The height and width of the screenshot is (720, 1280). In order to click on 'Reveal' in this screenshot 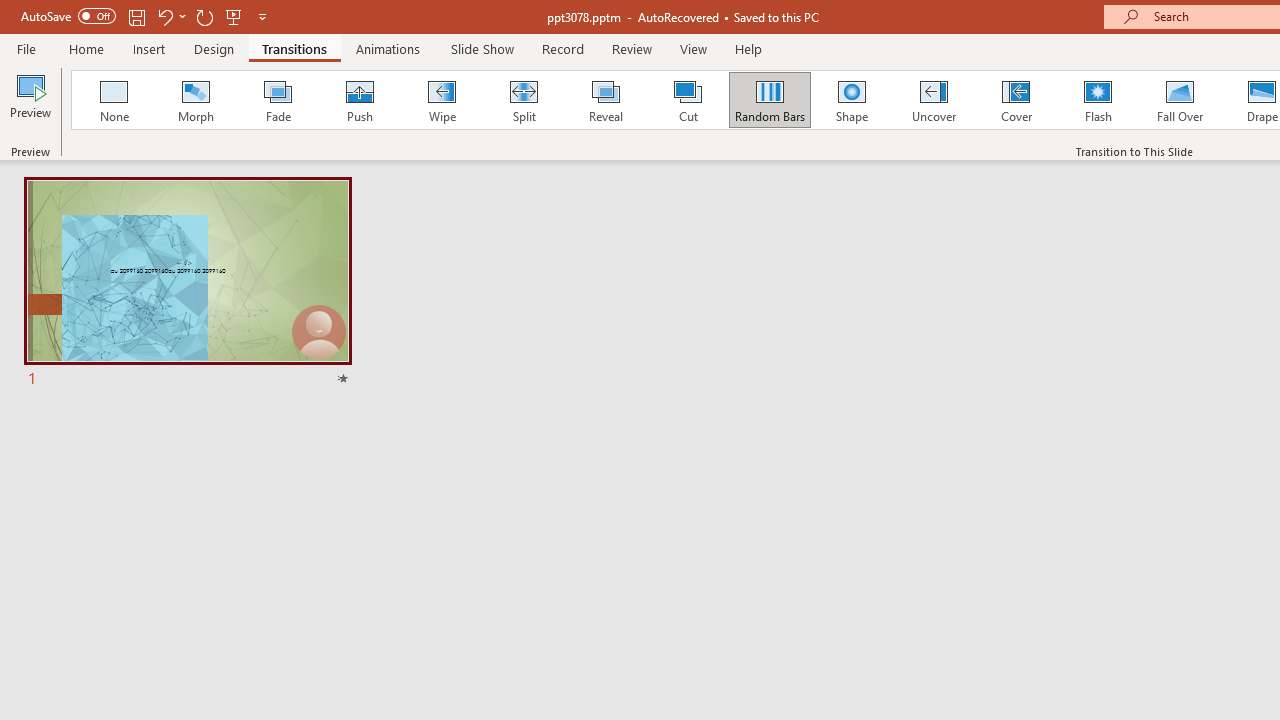, I will do `click(604, 100)`.